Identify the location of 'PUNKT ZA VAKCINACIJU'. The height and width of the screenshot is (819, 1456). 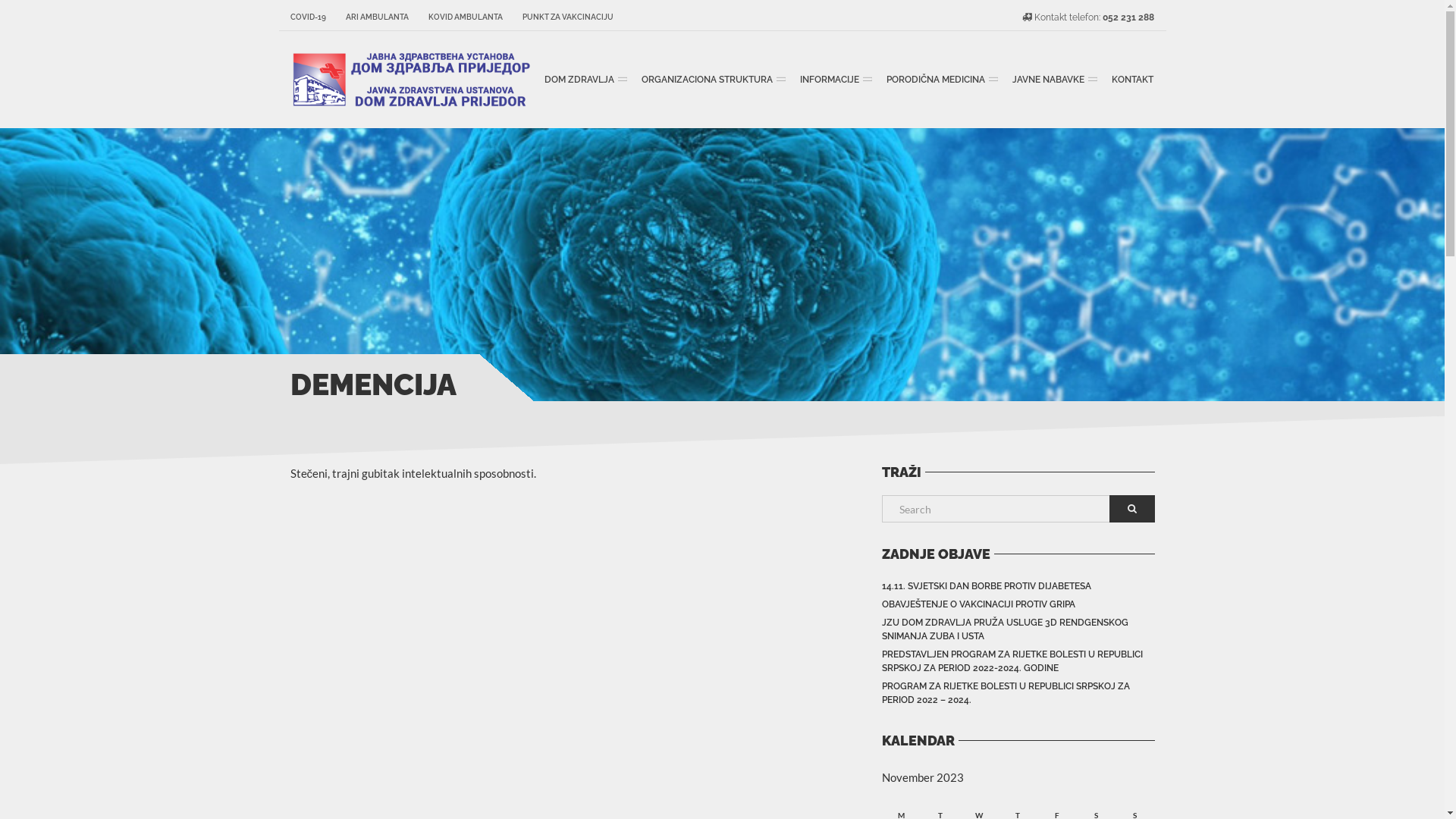
(562, 17).